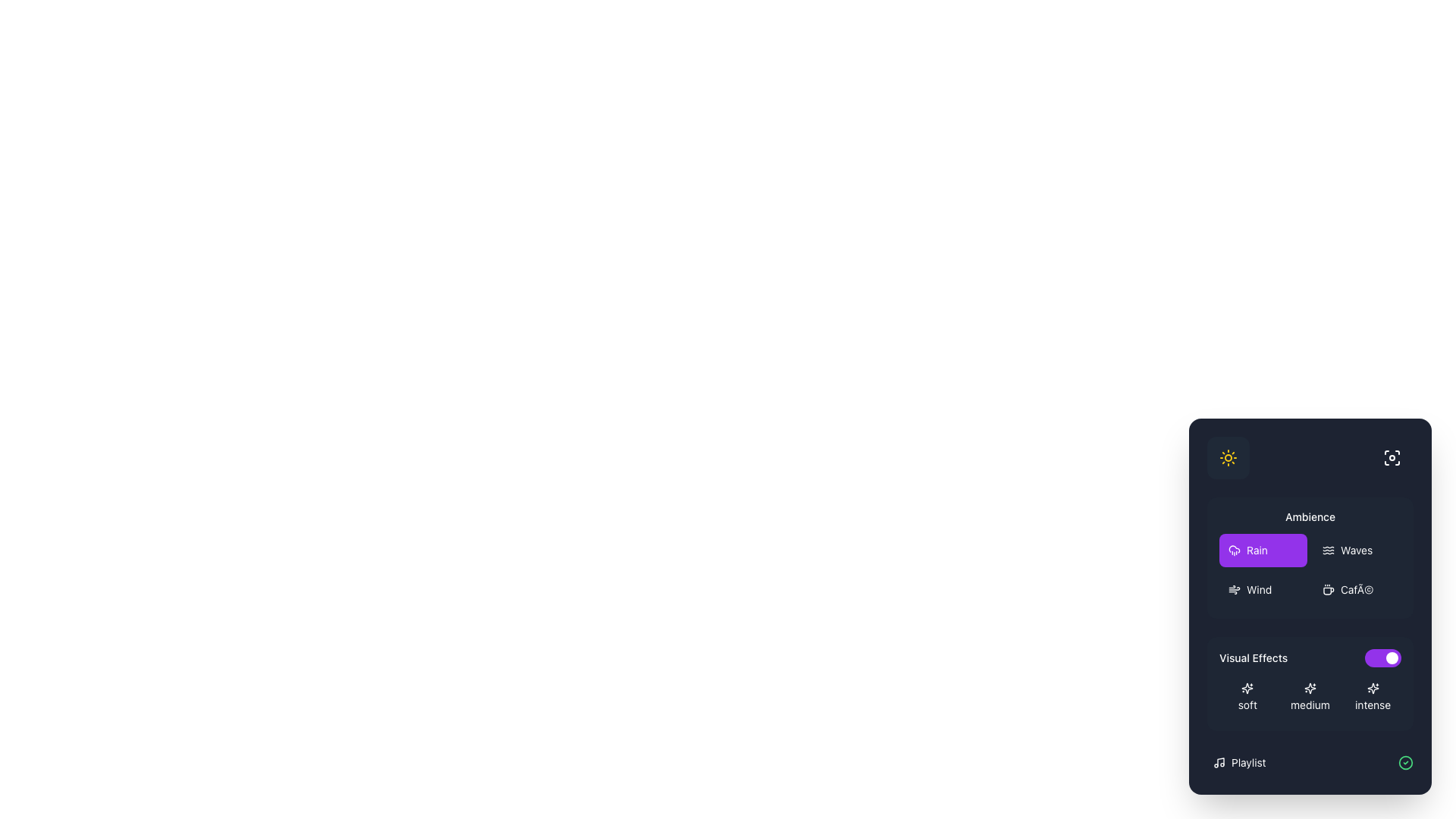  Describe the element at coordinates (1234, 550) in the screenshot. I see `the cloud with rain drops icon, which is located within the purple rectangular section labeled 'Rain' in the ambiance options grid` at that location.